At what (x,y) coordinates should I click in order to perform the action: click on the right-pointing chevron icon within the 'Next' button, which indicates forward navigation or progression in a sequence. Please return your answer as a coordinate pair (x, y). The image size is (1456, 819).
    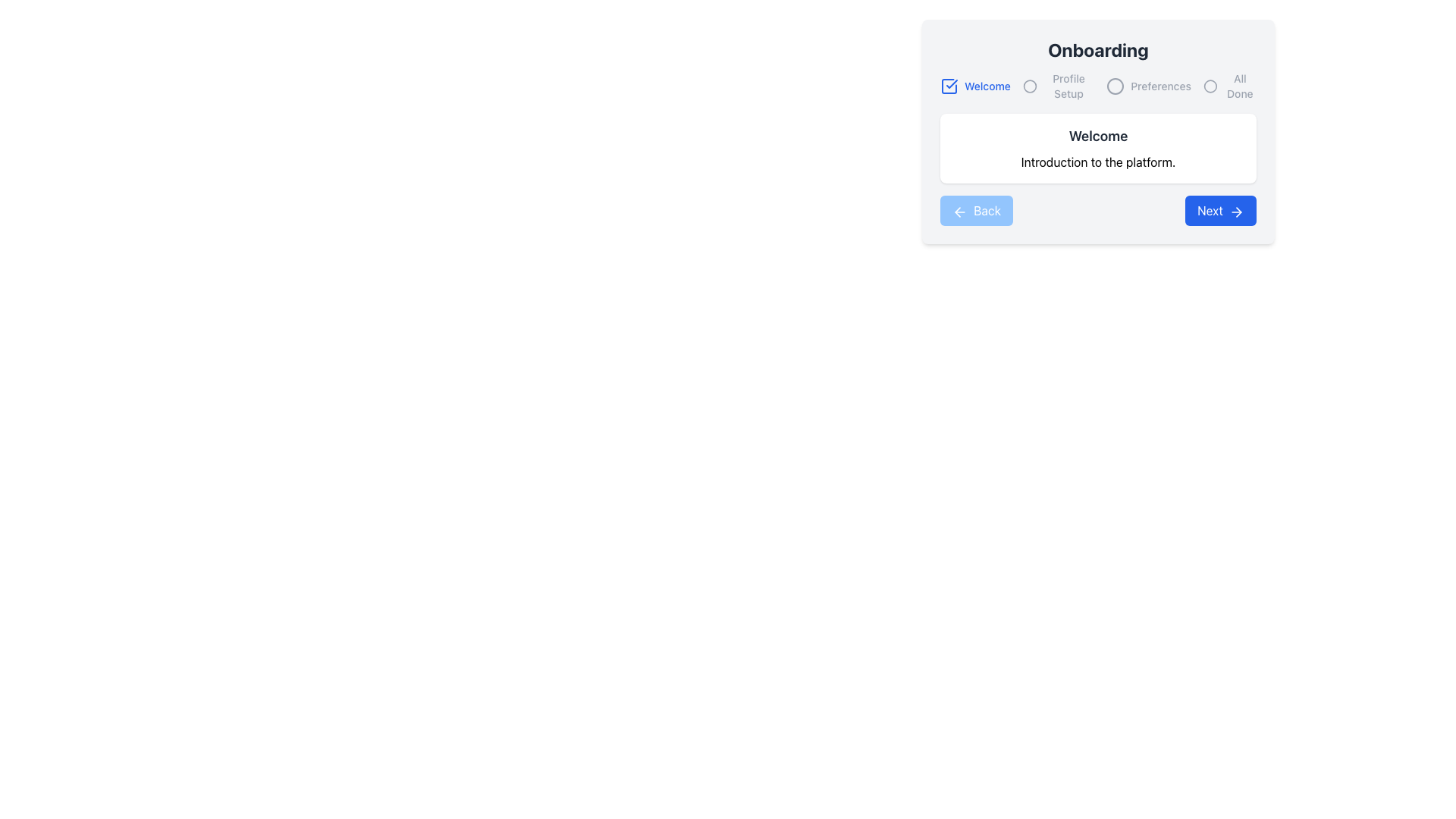
    Looking at the image, I should click on (1238, 212).